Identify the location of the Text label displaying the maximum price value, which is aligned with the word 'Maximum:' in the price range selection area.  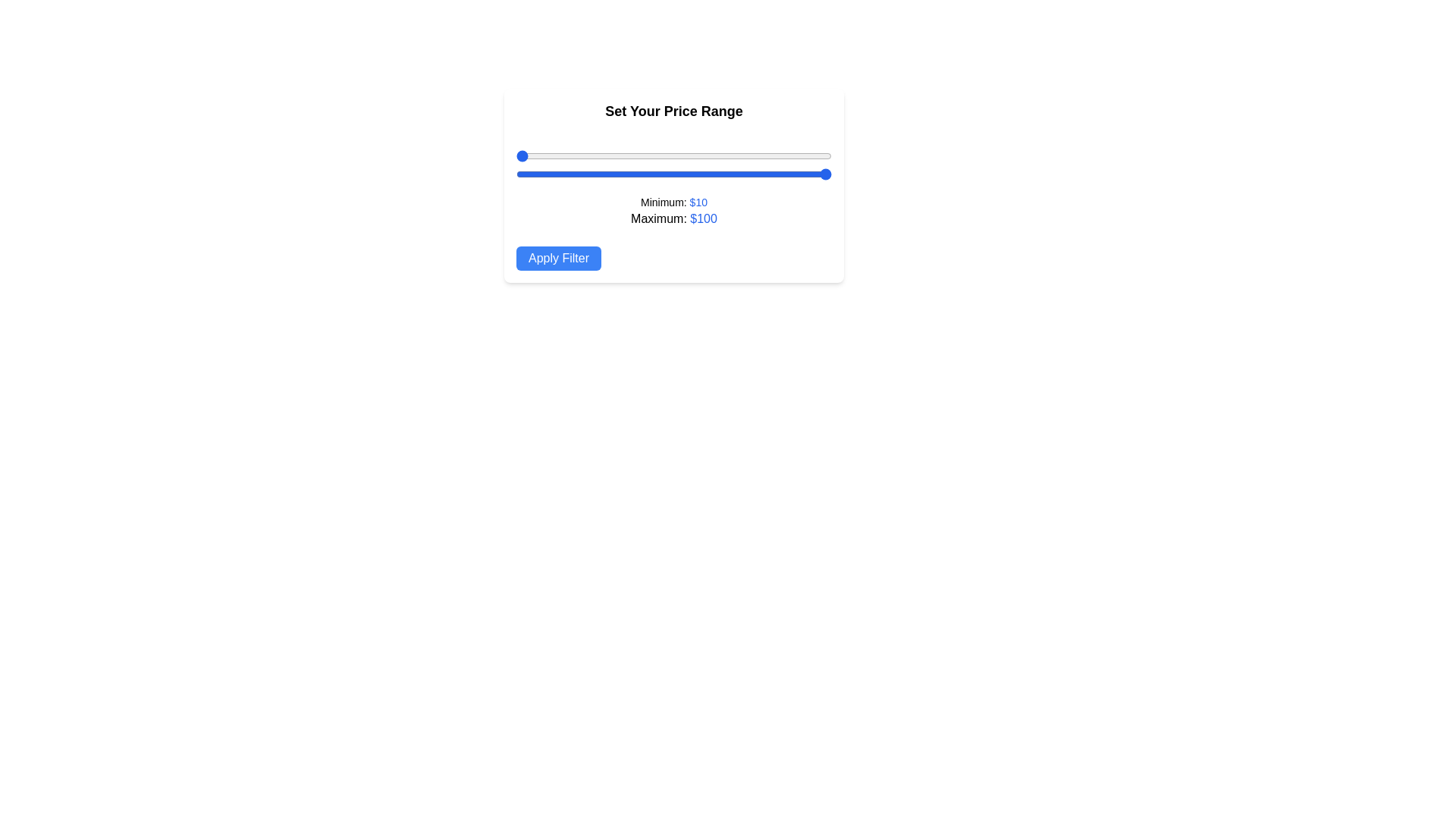
(703, 218).